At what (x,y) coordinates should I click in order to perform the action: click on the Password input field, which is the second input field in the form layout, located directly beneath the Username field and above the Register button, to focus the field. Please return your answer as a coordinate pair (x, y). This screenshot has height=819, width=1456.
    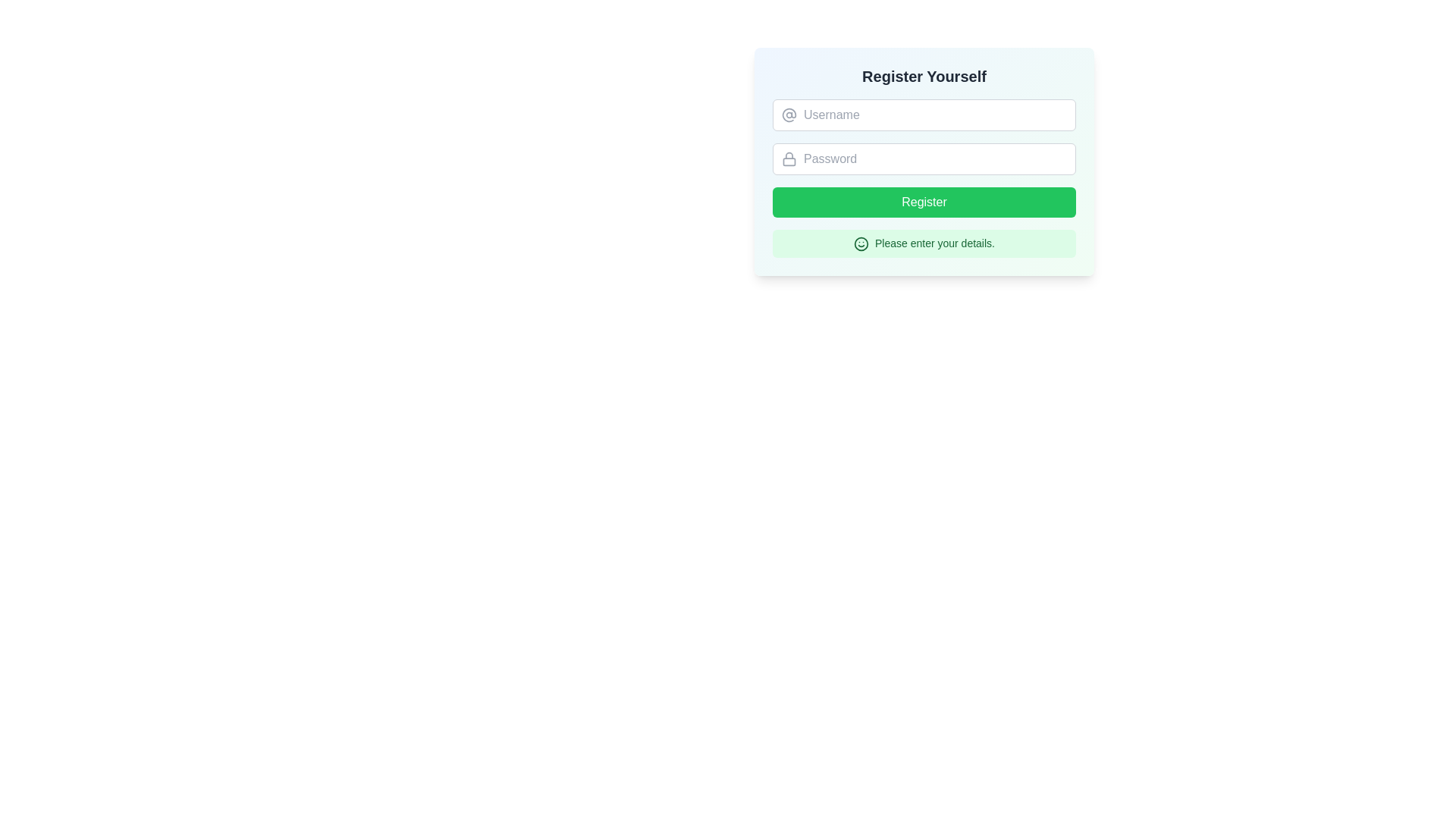
    Looking at the image, I should click on (924, 161).